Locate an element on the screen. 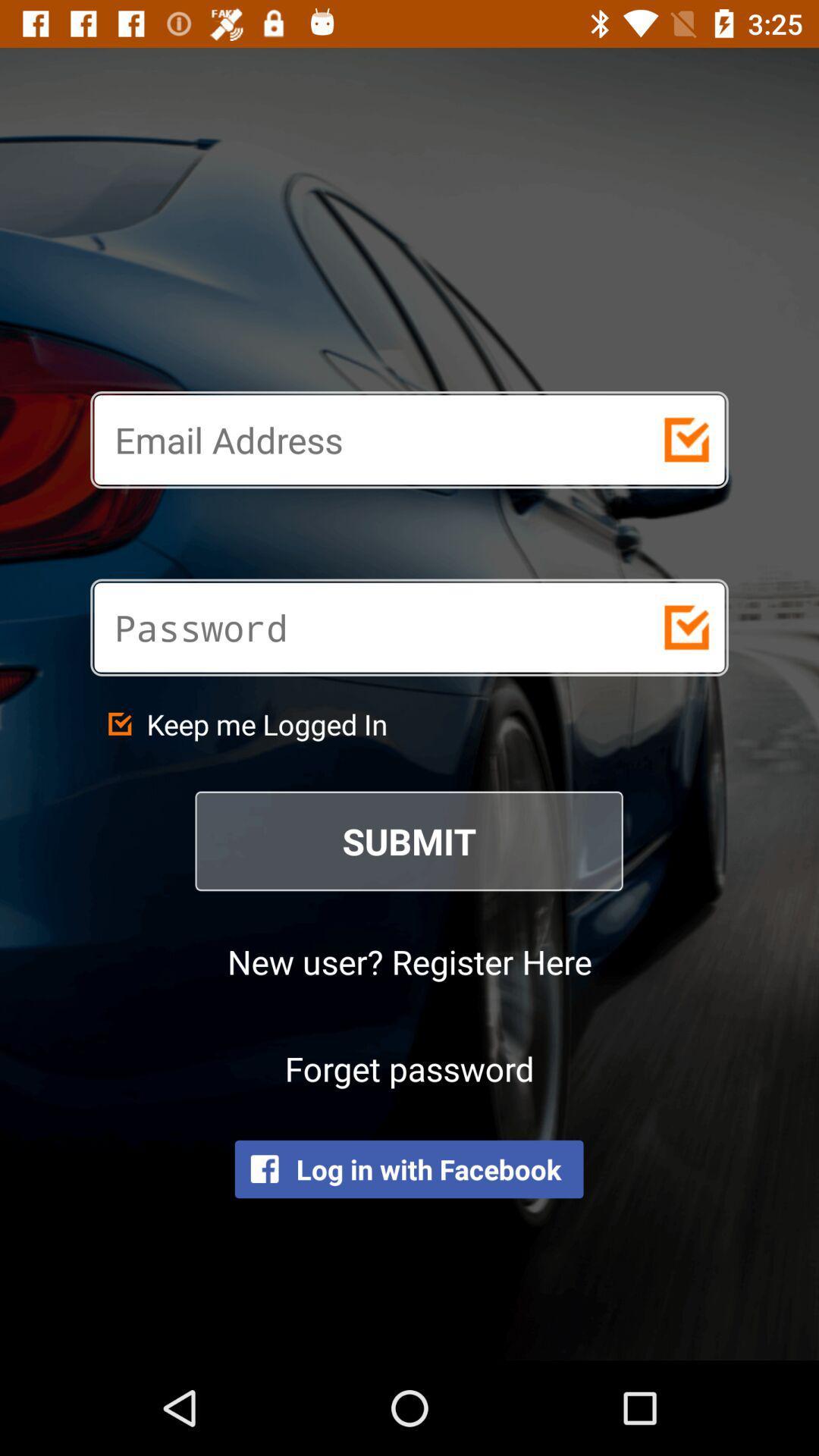  item above the keep me logged icon is located at coordinates (355, 627).